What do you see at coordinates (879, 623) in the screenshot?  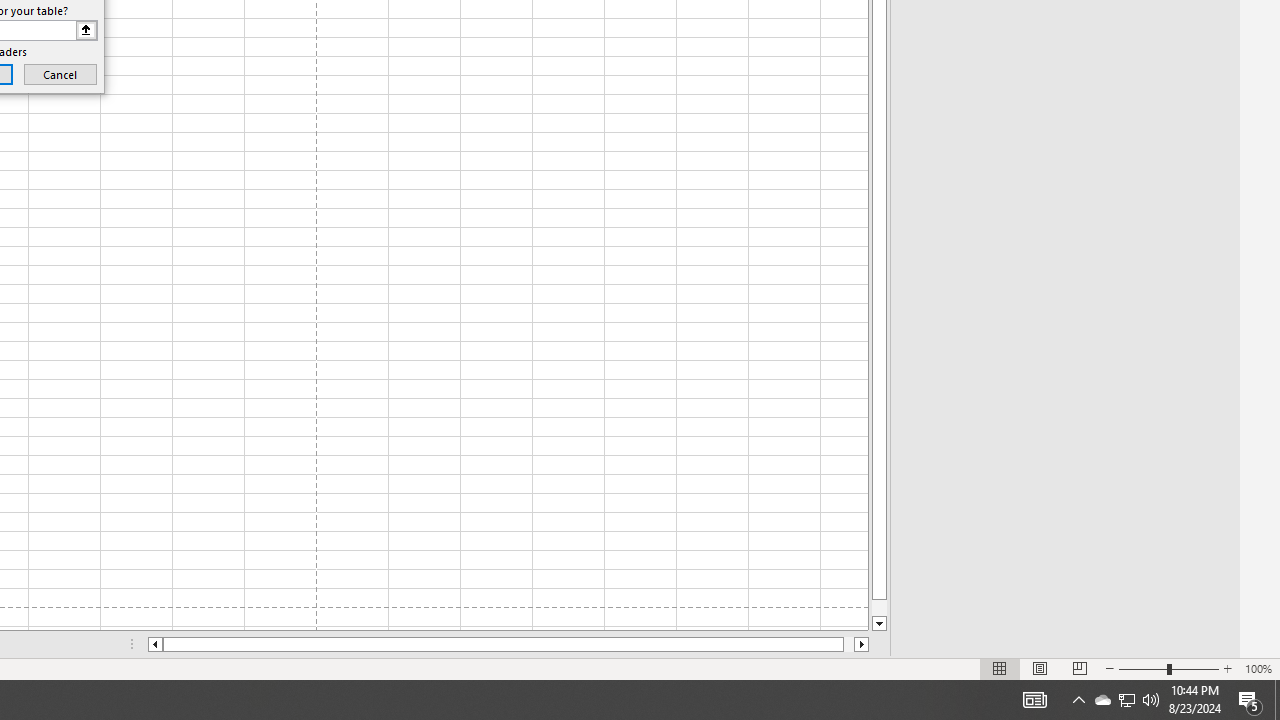 I see `'Line down'` at bounding box center [879, 623].